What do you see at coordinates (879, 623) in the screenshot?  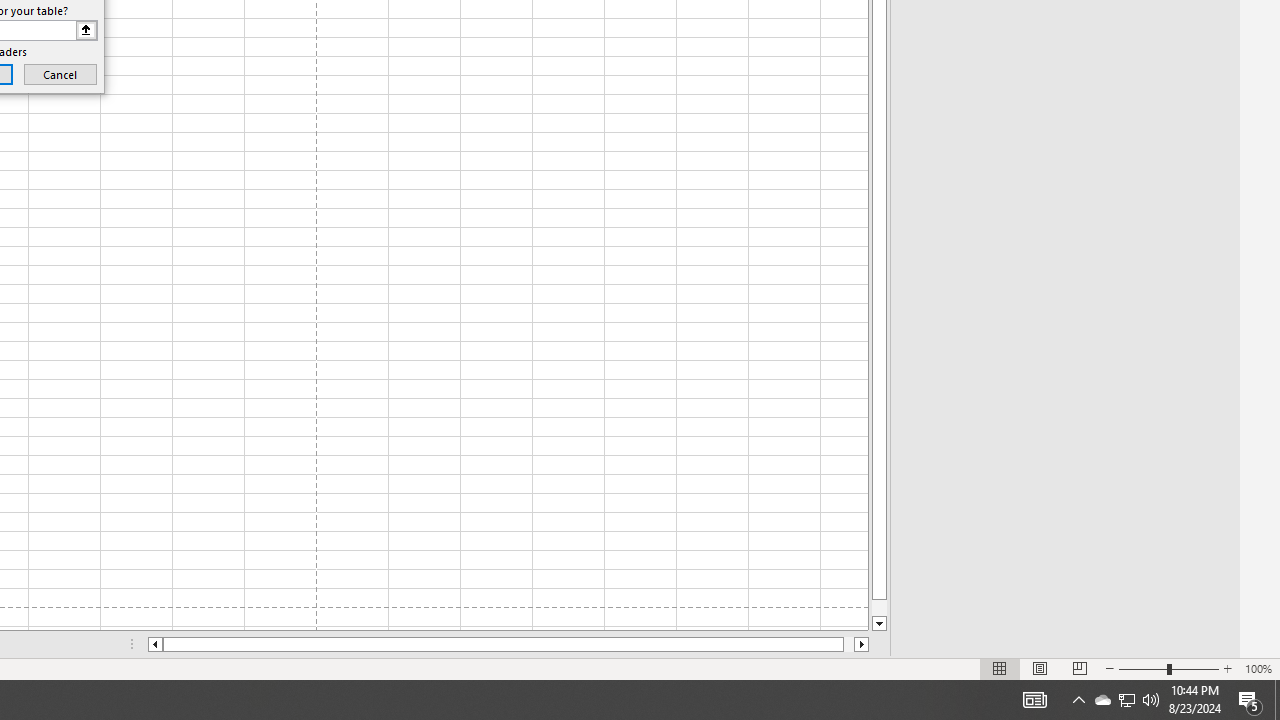 I see `'Line down'` at bounding box center [879, 623].